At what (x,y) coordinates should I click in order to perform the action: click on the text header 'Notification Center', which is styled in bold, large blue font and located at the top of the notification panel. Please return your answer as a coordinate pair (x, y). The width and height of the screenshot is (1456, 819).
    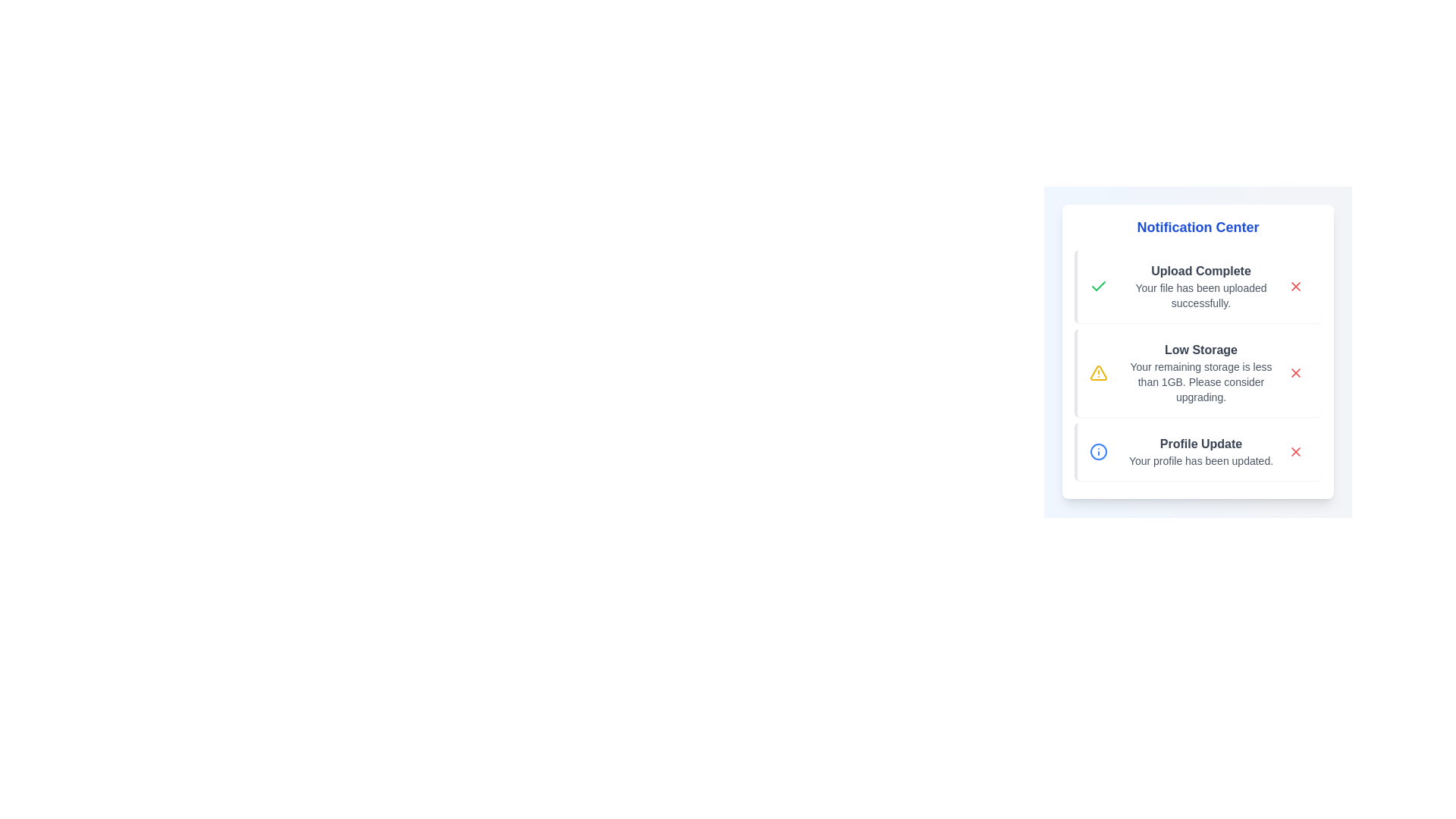
    Looking at the image, I should click on (1197, 227).